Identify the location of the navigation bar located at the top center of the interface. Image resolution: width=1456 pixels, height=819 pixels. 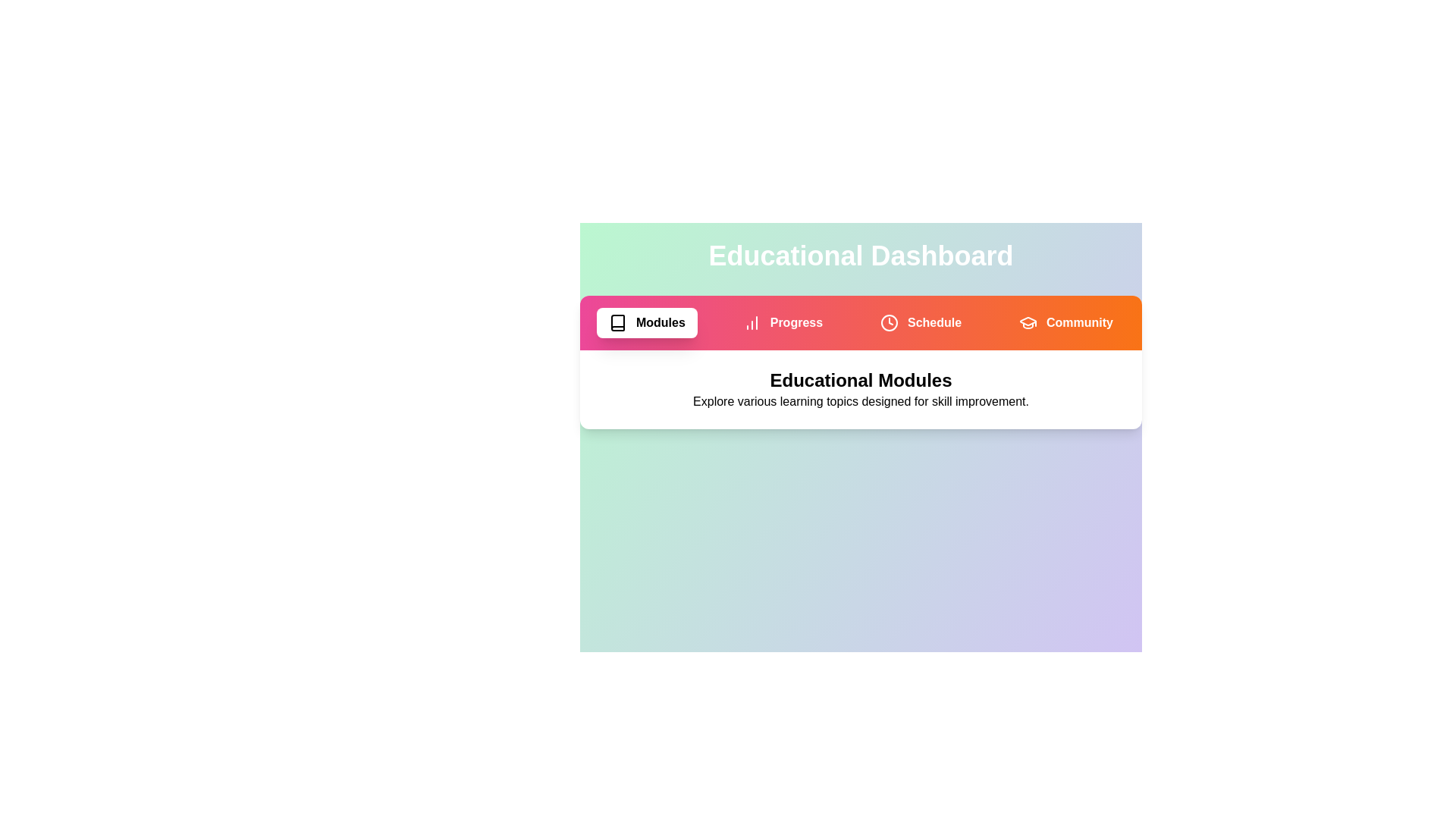
(861, 322).